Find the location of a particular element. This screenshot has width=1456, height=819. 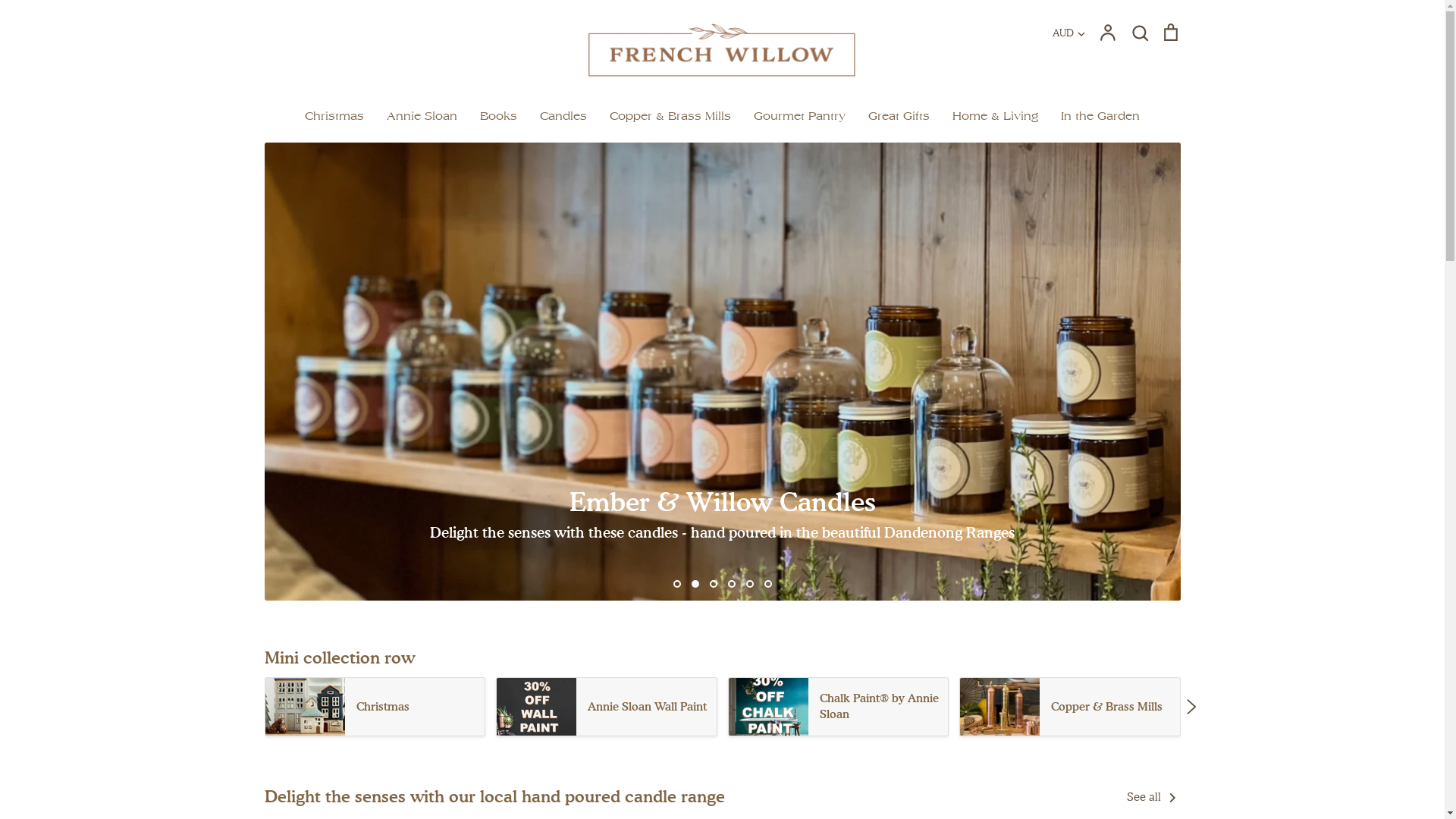

'Christmas' is located at coordinates (375, 707).